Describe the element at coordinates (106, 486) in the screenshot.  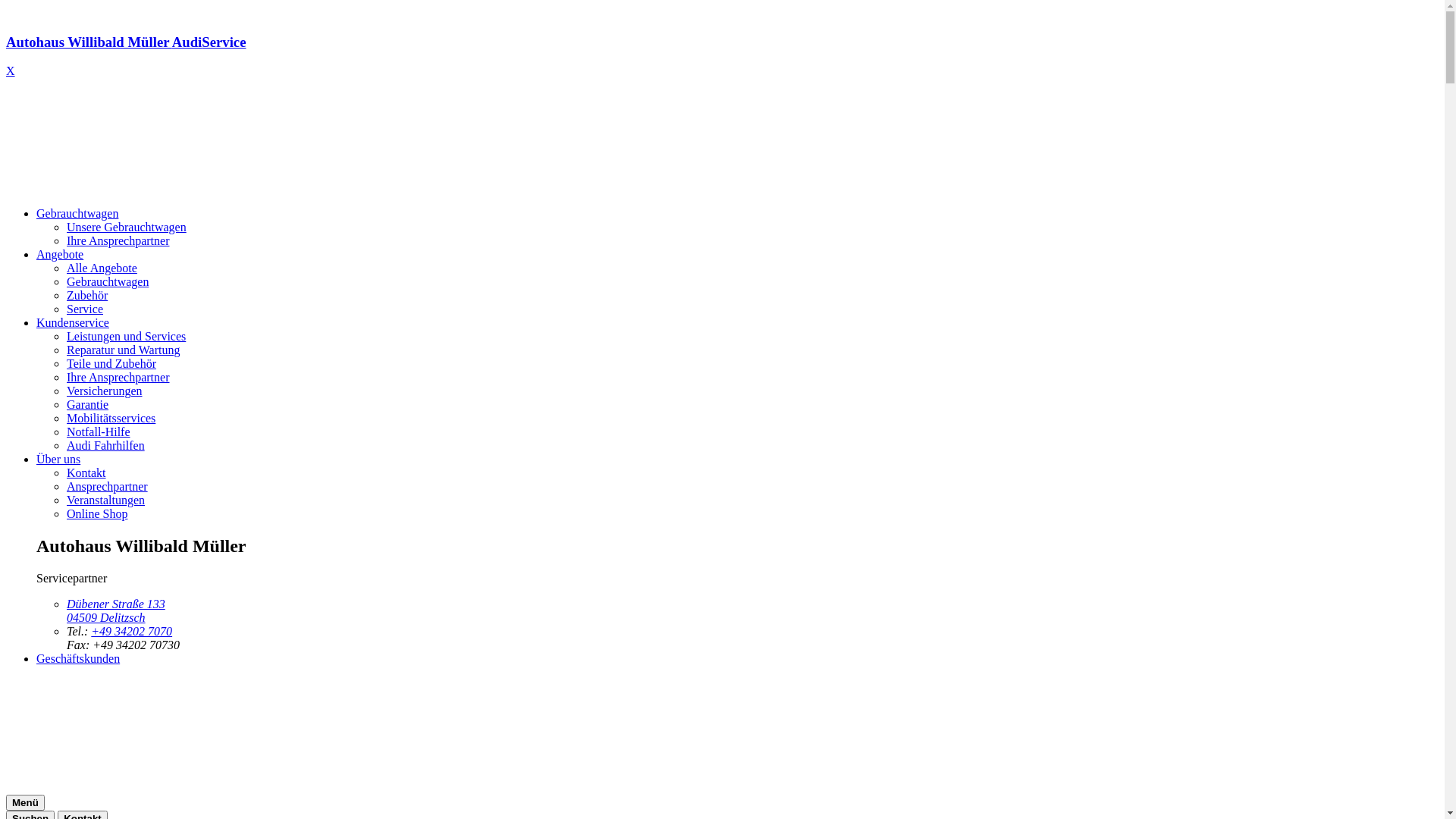
I see `'Ansprechpartner'` at that location.